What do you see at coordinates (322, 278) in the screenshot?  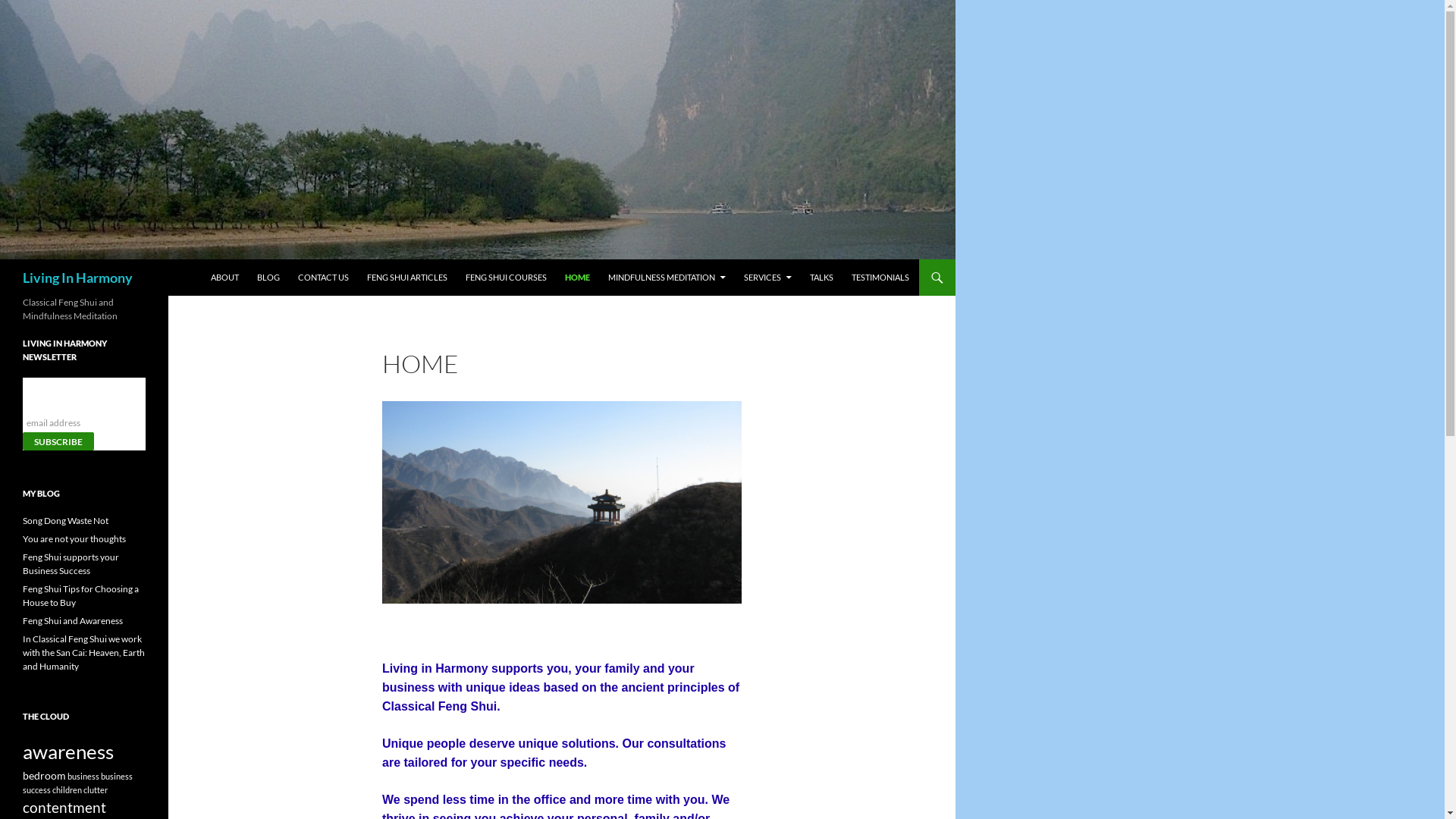 I see `'CONTACT US'` at bounding box center [322, 278].